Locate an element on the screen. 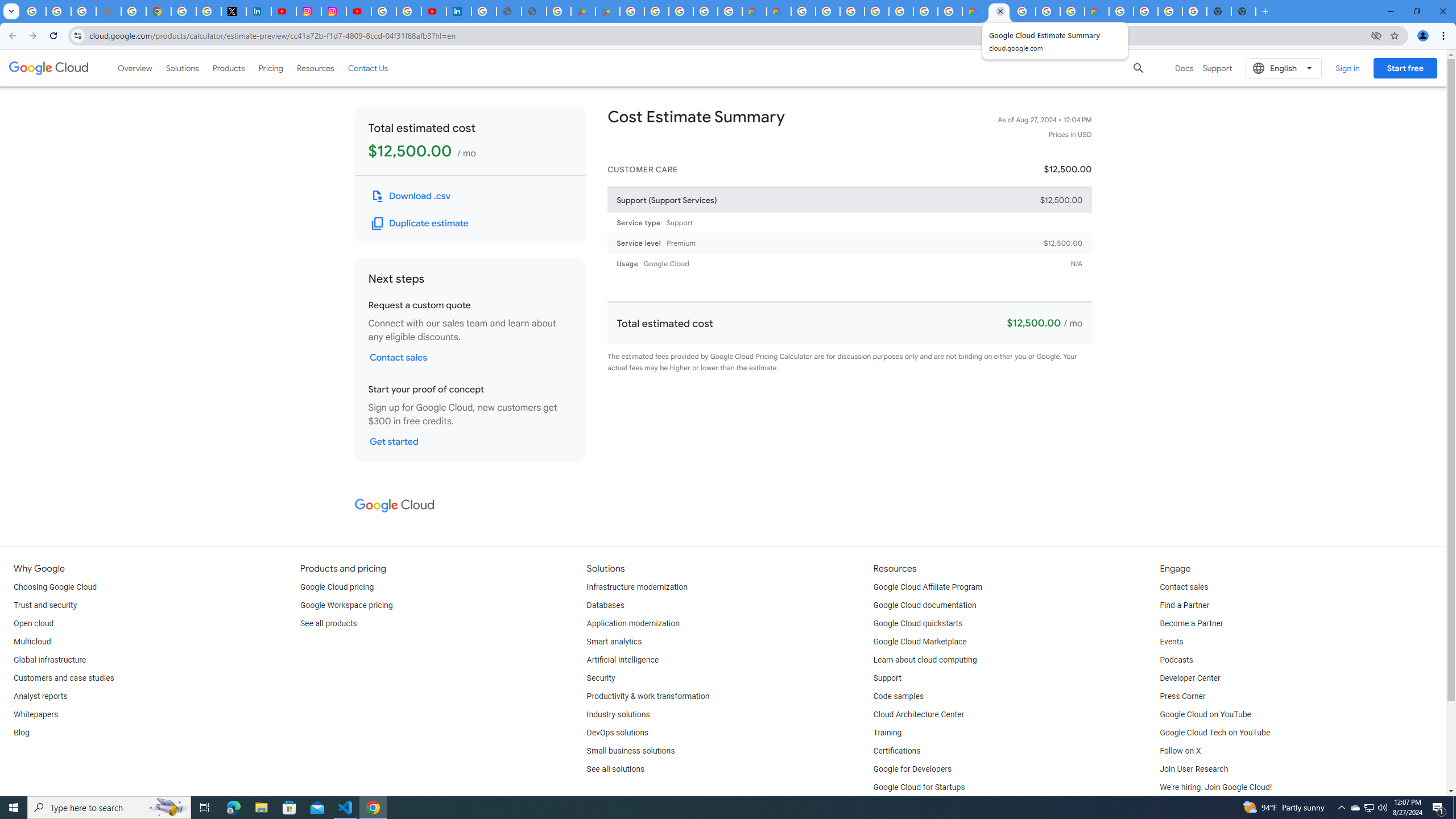  'Privacy Help Center - Policies Help' is located at coordinates (134, 11).